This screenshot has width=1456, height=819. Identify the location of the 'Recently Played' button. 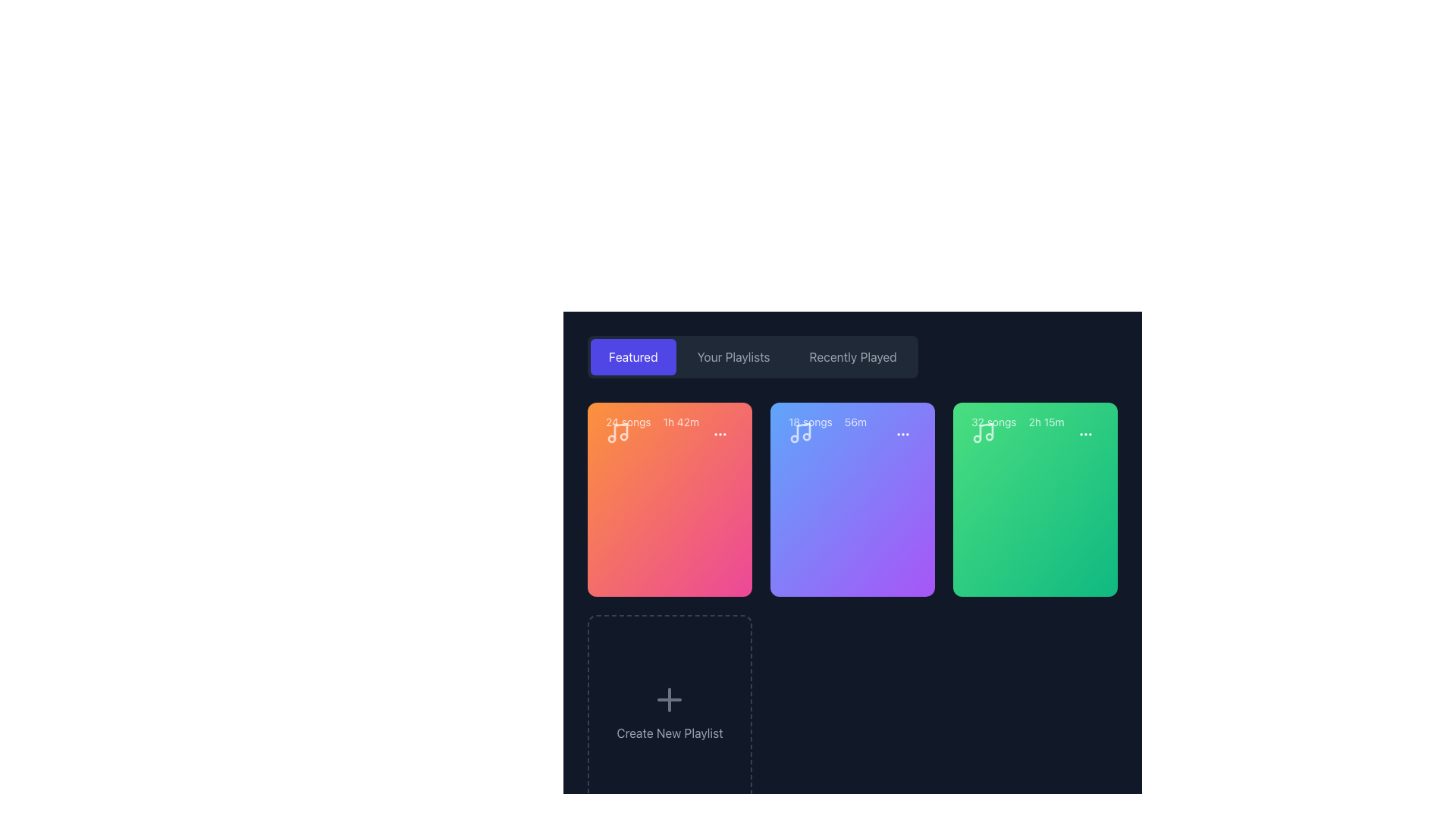
(853, 356).